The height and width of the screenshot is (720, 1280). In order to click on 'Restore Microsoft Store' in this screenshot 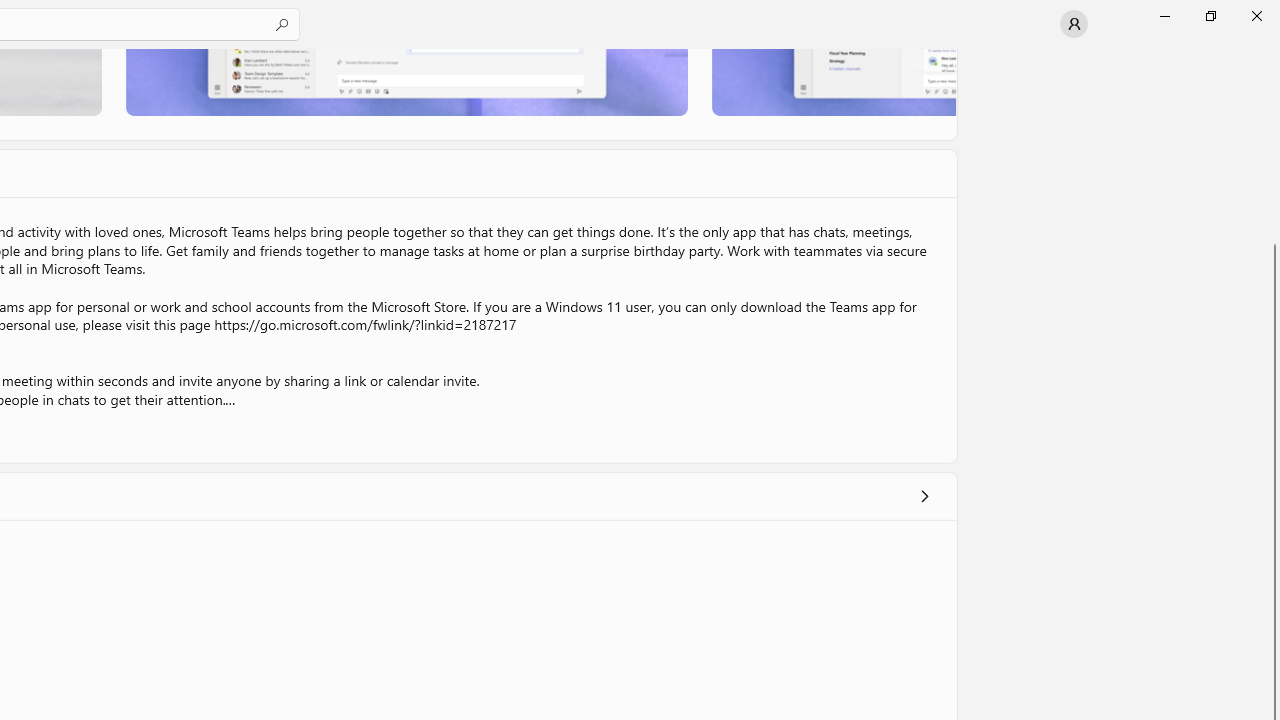, I will do `click(1209, 15)`.